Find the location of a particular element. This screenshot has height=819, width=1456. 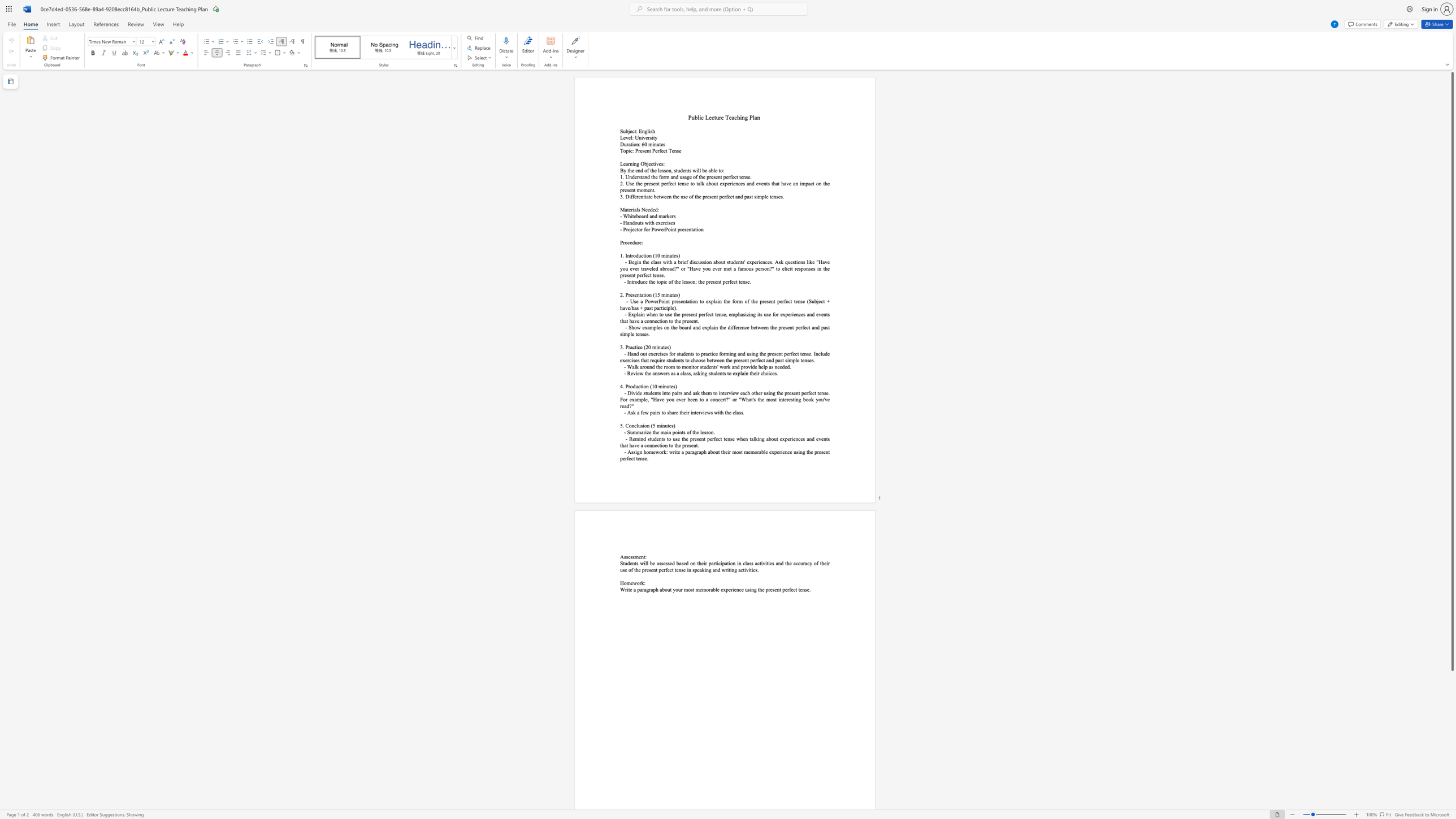

the subset text "ng Objective" within the text "Learning Objectives:" is located at coordinates (633, 163).